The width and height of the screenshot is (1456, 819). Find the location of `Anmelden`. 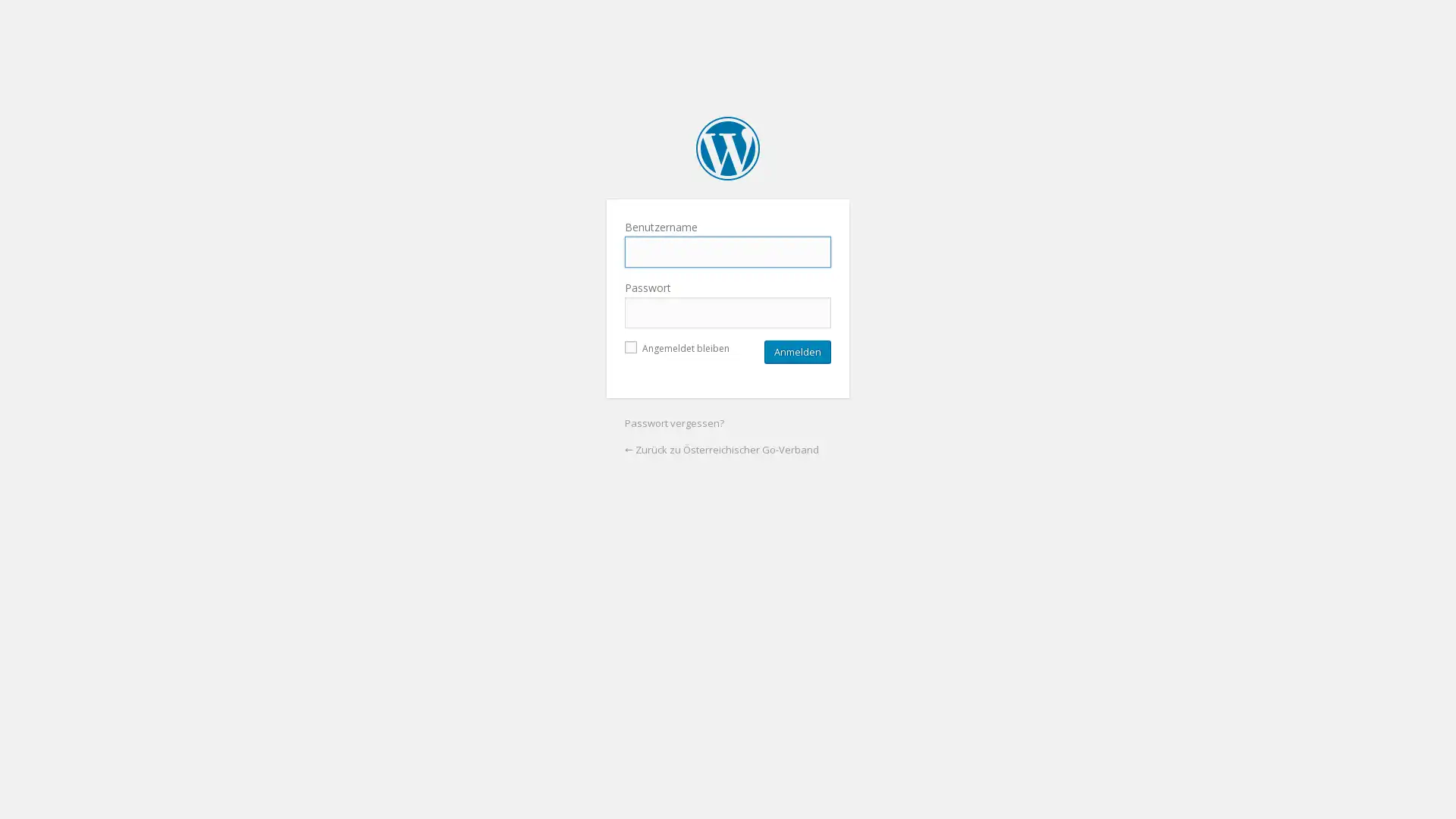

Anmelden is located at coordinates (796, 350).